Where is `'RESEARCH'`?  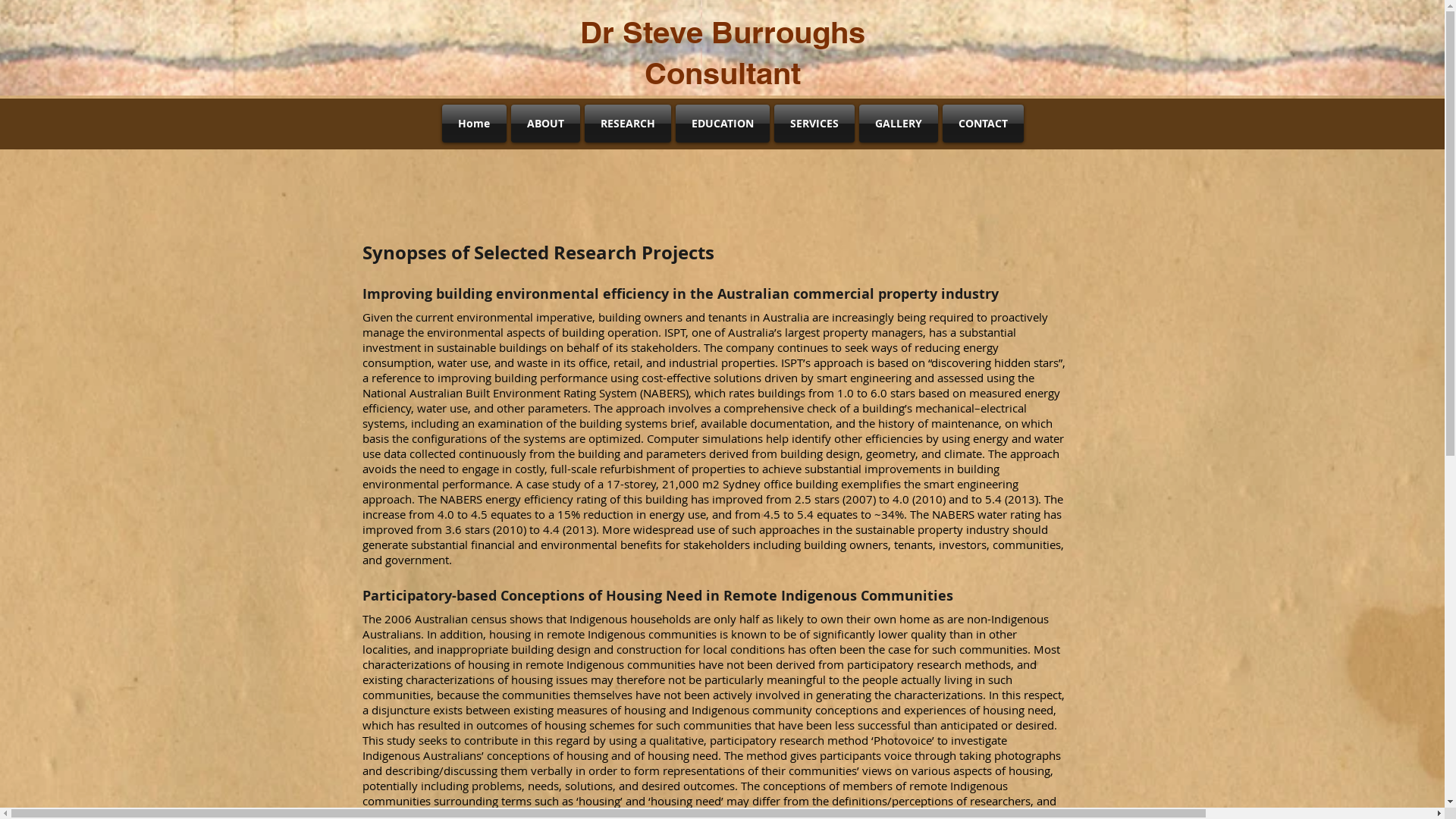 'RESEARCH' is located at coordinates (628, 122).